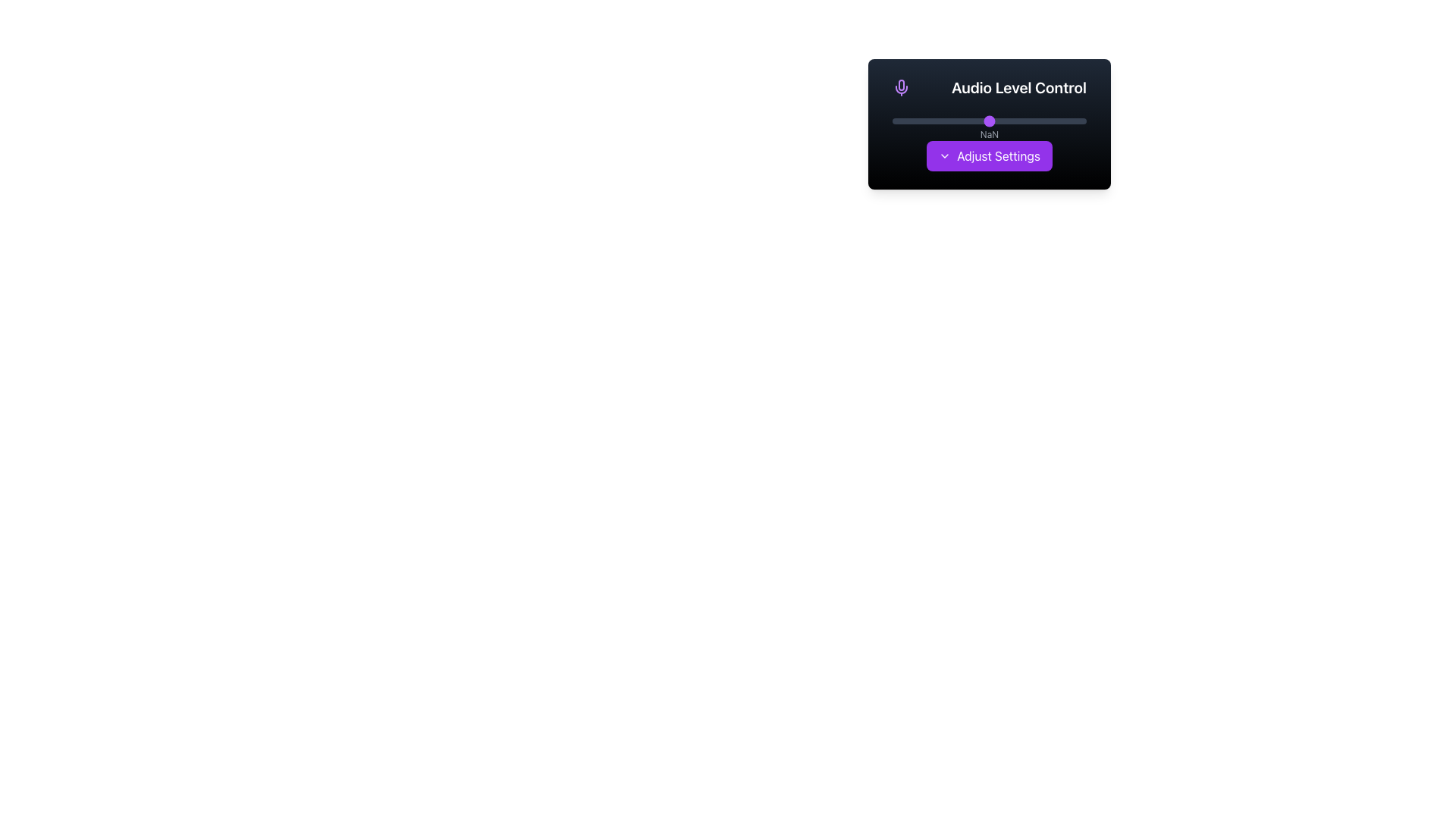  What do you see at coordinates (944, 155) in the screenshot?
I see `the icon indicating expandable options for the 'Adjust Settings' button, located slightly to the left of the button's text label` at bounding box center [944, 155].